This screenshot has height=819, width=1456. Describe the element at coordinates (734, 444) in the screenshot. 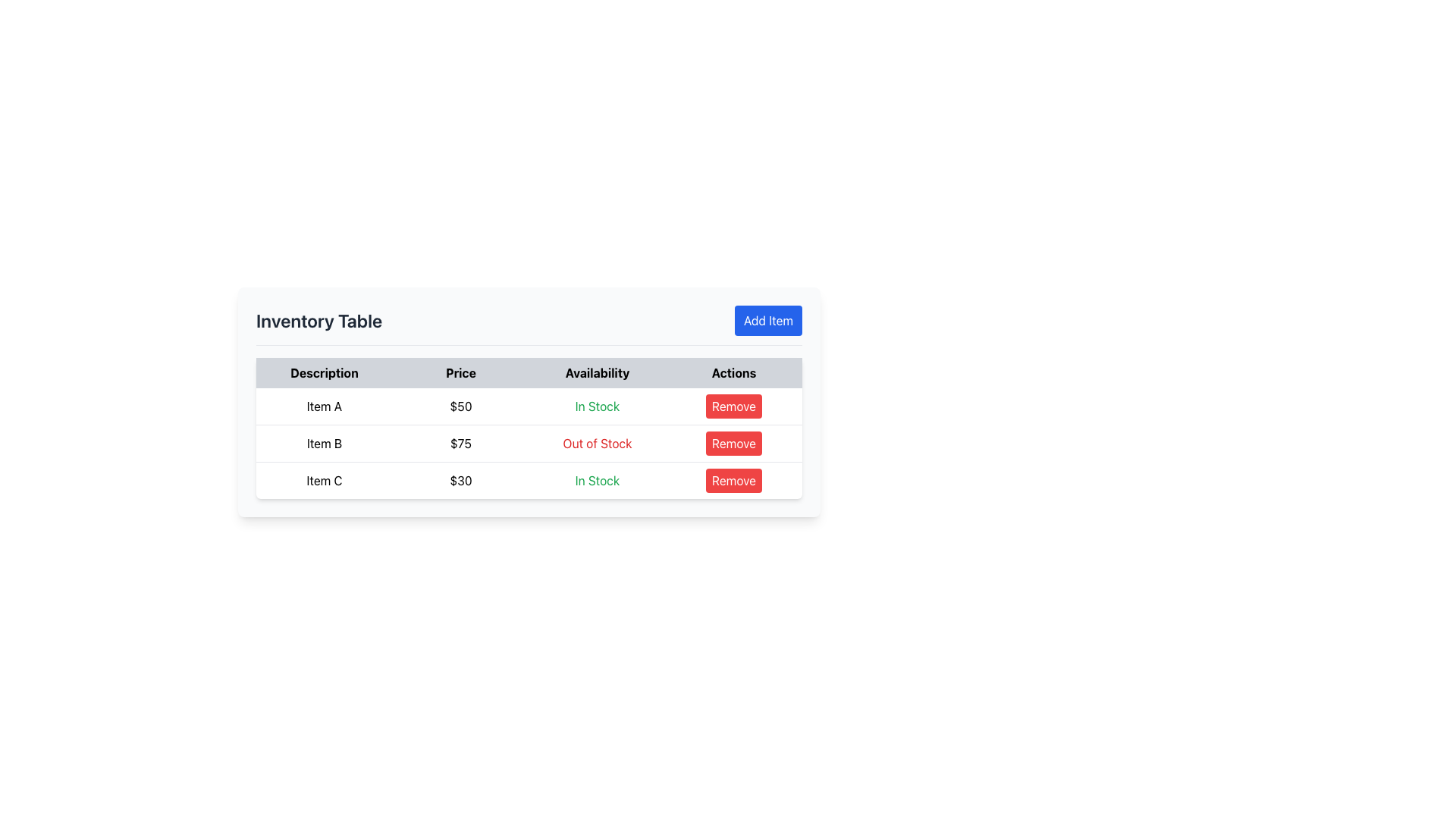

I see `the button in the 'Actions' column of the second row associated with 'Item B' to observe the hover effect` at that location.